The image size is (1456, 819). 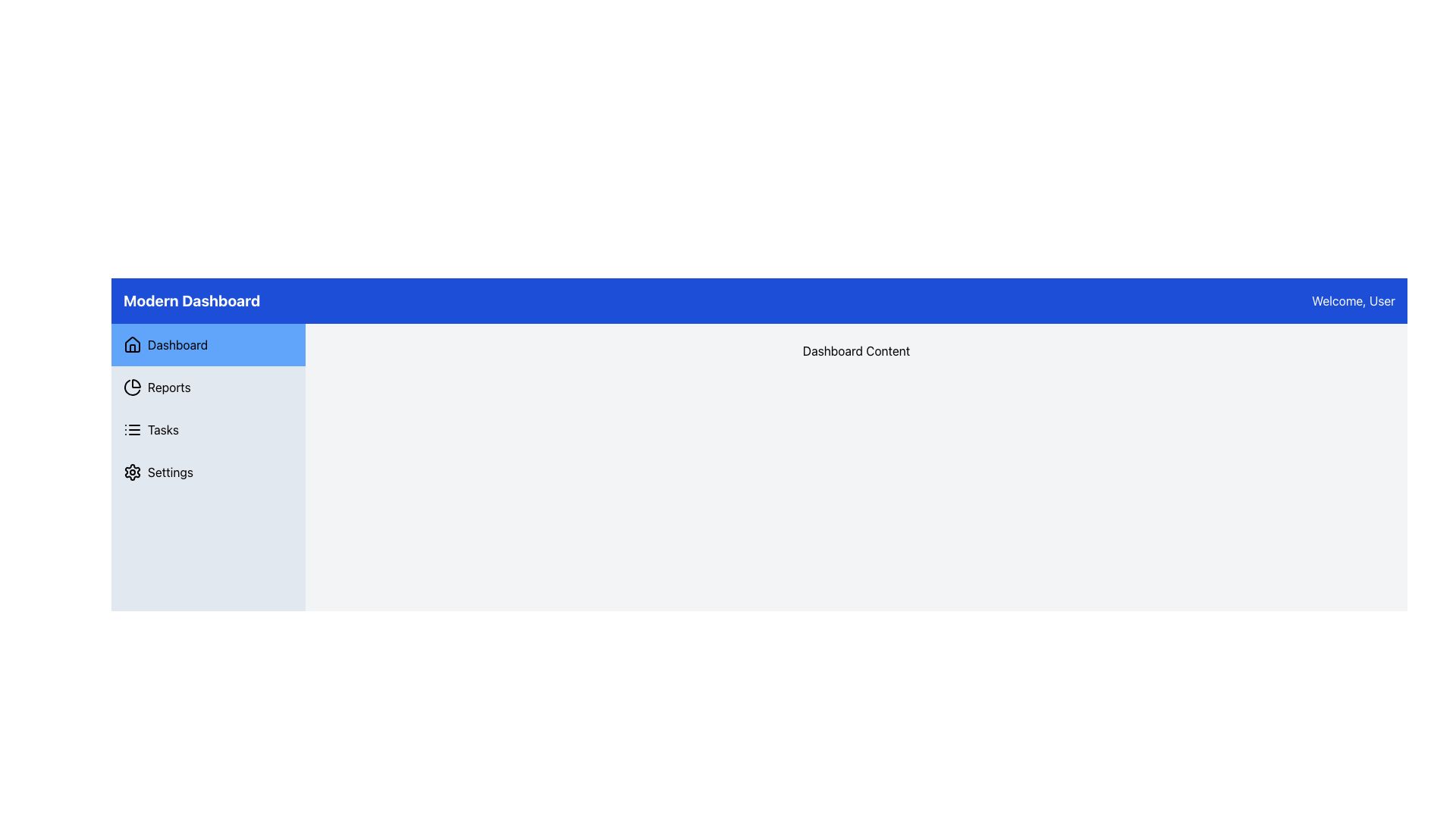 What do you see at coordinates (136, 382) in the screenshot?
I see `the upper convex segment of the pie chart icon within the 'Reports' section of the vertical navigation menu` at bounding box center [136, 382].